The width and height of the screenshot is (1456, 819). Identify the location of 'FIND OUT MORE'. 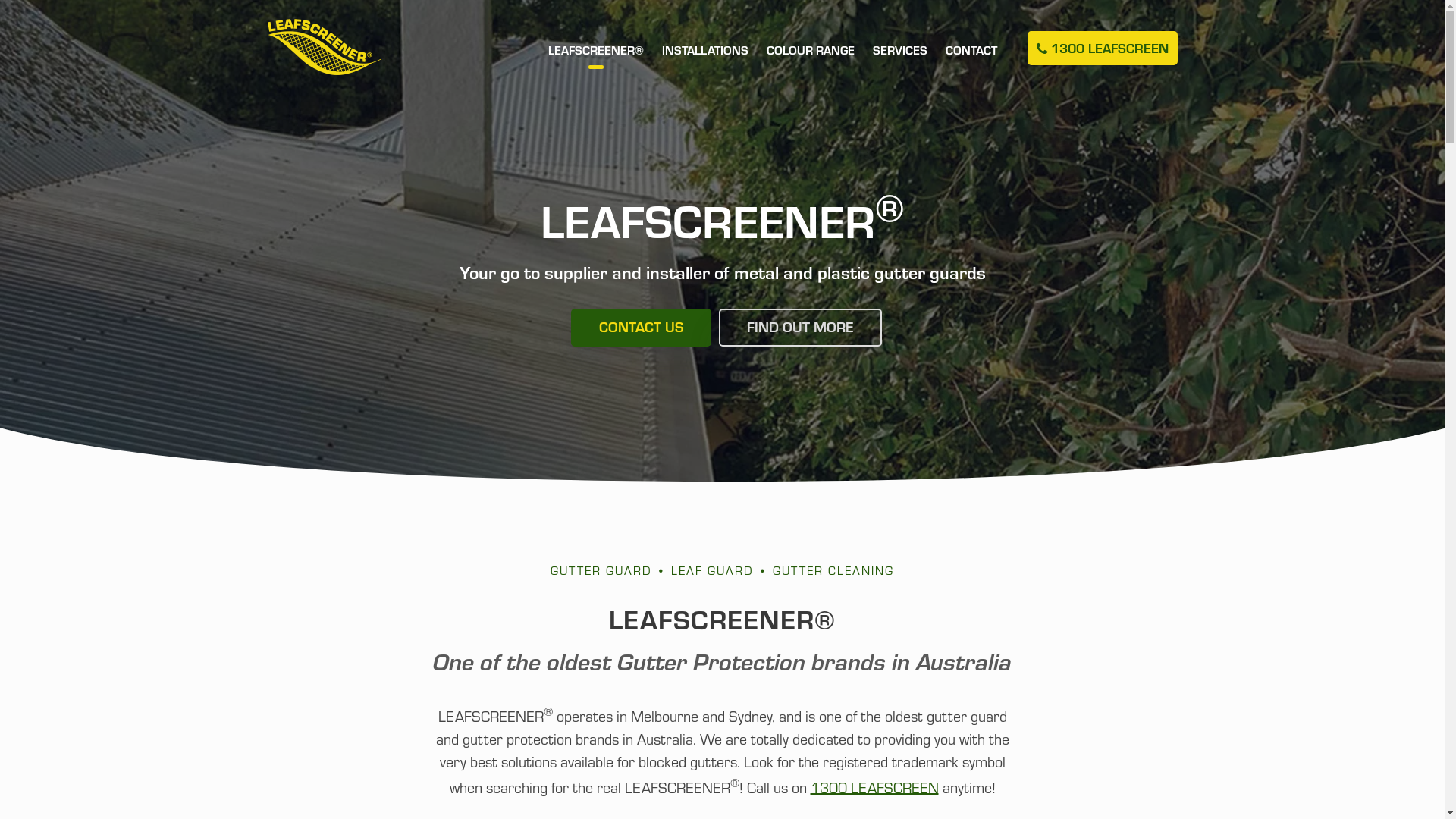
(799, 327).